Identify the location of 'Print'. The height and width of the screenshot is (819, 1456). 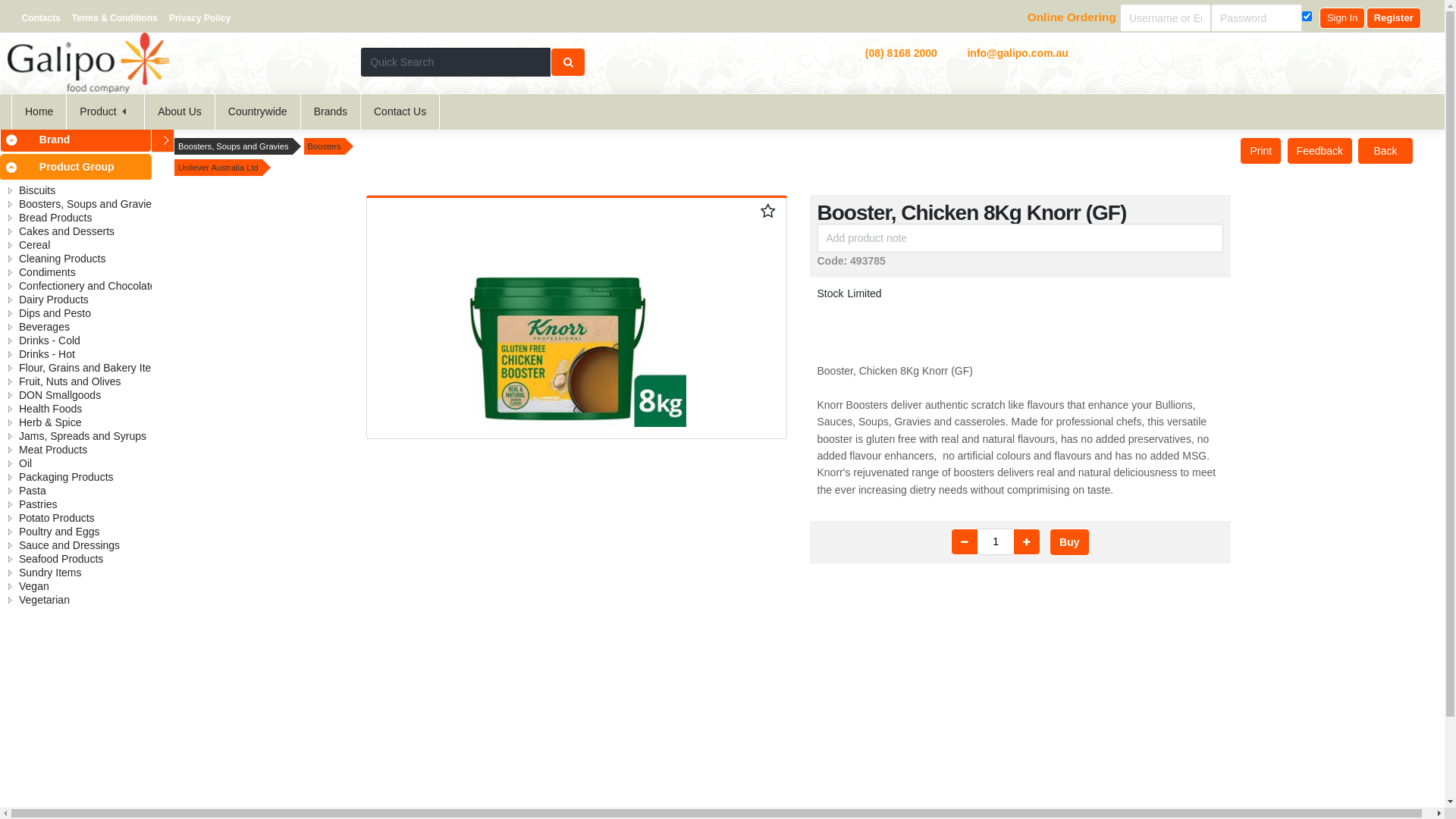
(1260, 151).